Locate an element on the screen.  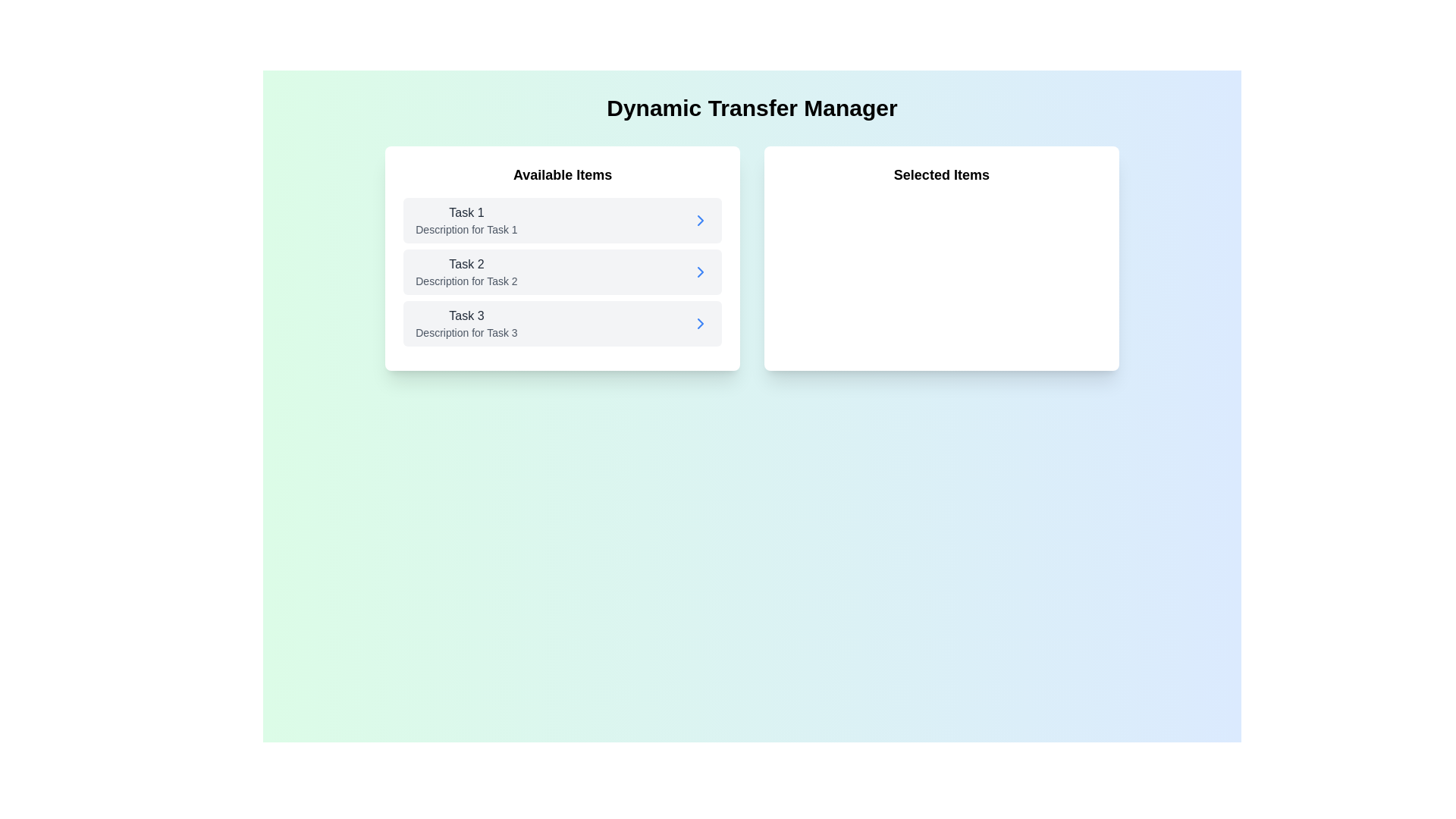
the non-interactive Text label that provides details about 'Task 2', positioned below the 'Task 2' title in the 'Available Items' section is located at coordinates (466, 281).